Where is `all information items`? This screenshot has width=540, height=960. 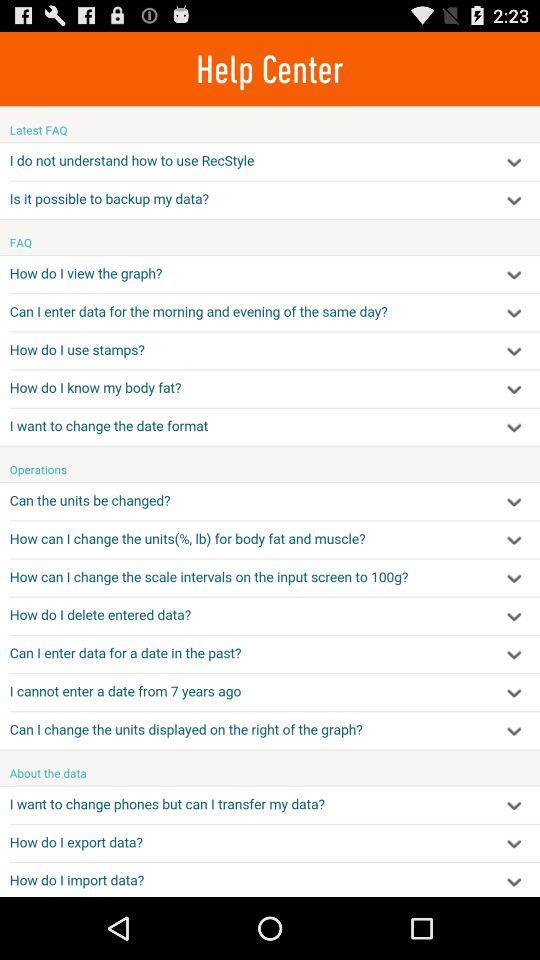 all information items is located at coordinates (270, 500).